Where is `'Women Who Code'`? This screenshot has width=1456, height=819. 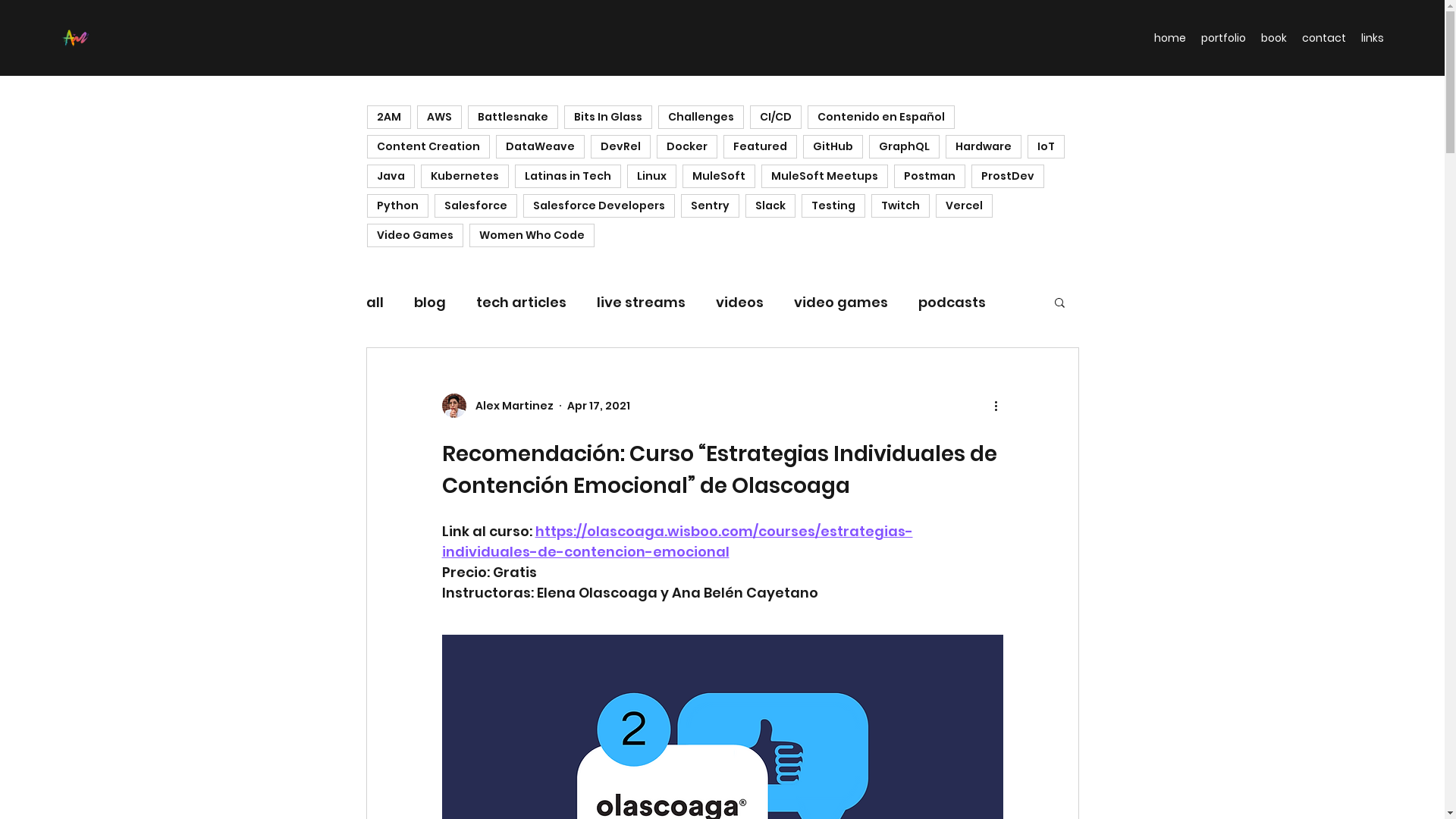
'Women Who Code' is located at coordinates (468, 235).